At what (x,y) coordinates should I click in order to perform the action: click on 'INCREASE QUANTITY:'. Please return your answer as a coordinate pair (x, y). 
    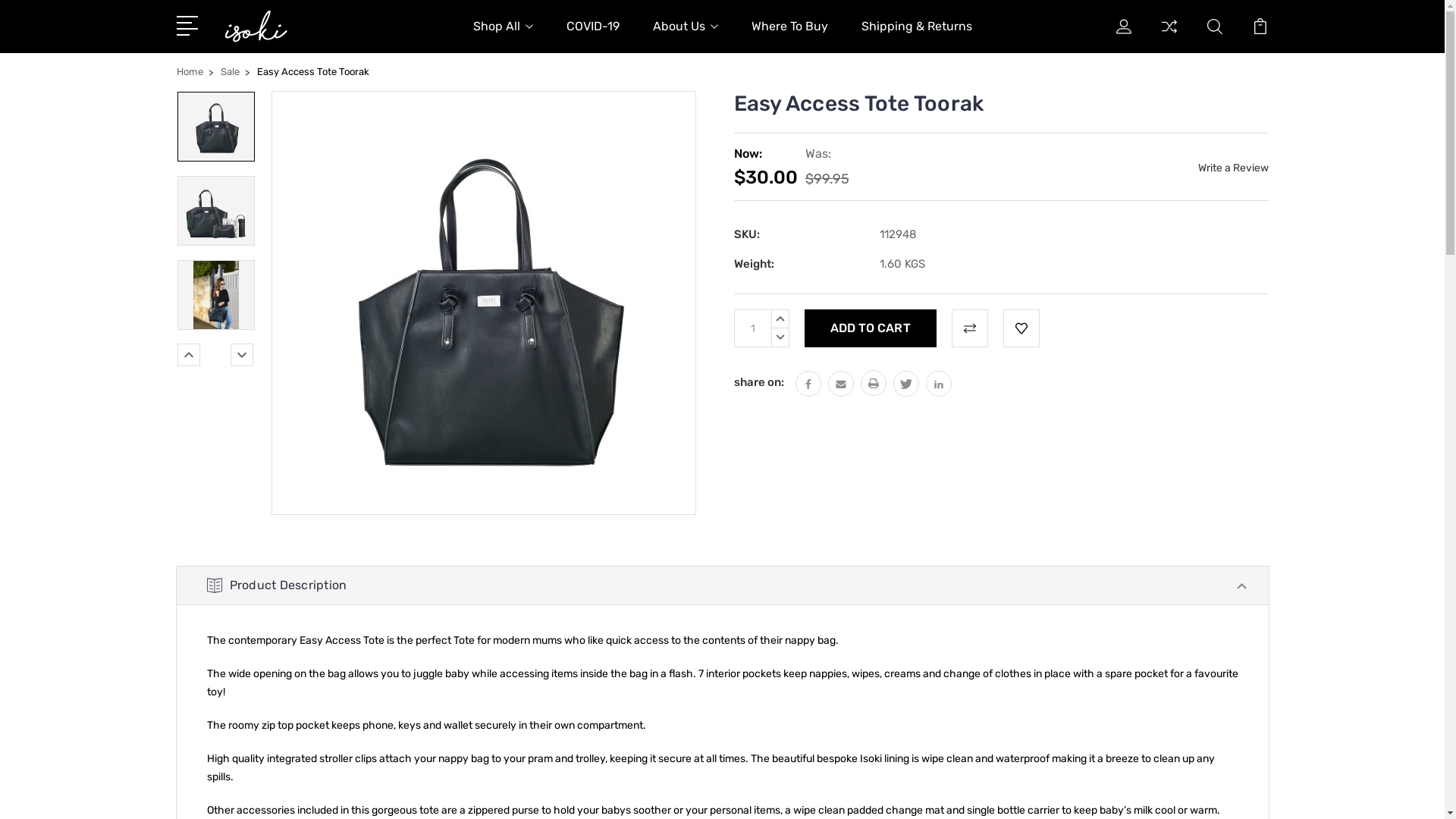
    Looking at the image, I should click on (780, 318).